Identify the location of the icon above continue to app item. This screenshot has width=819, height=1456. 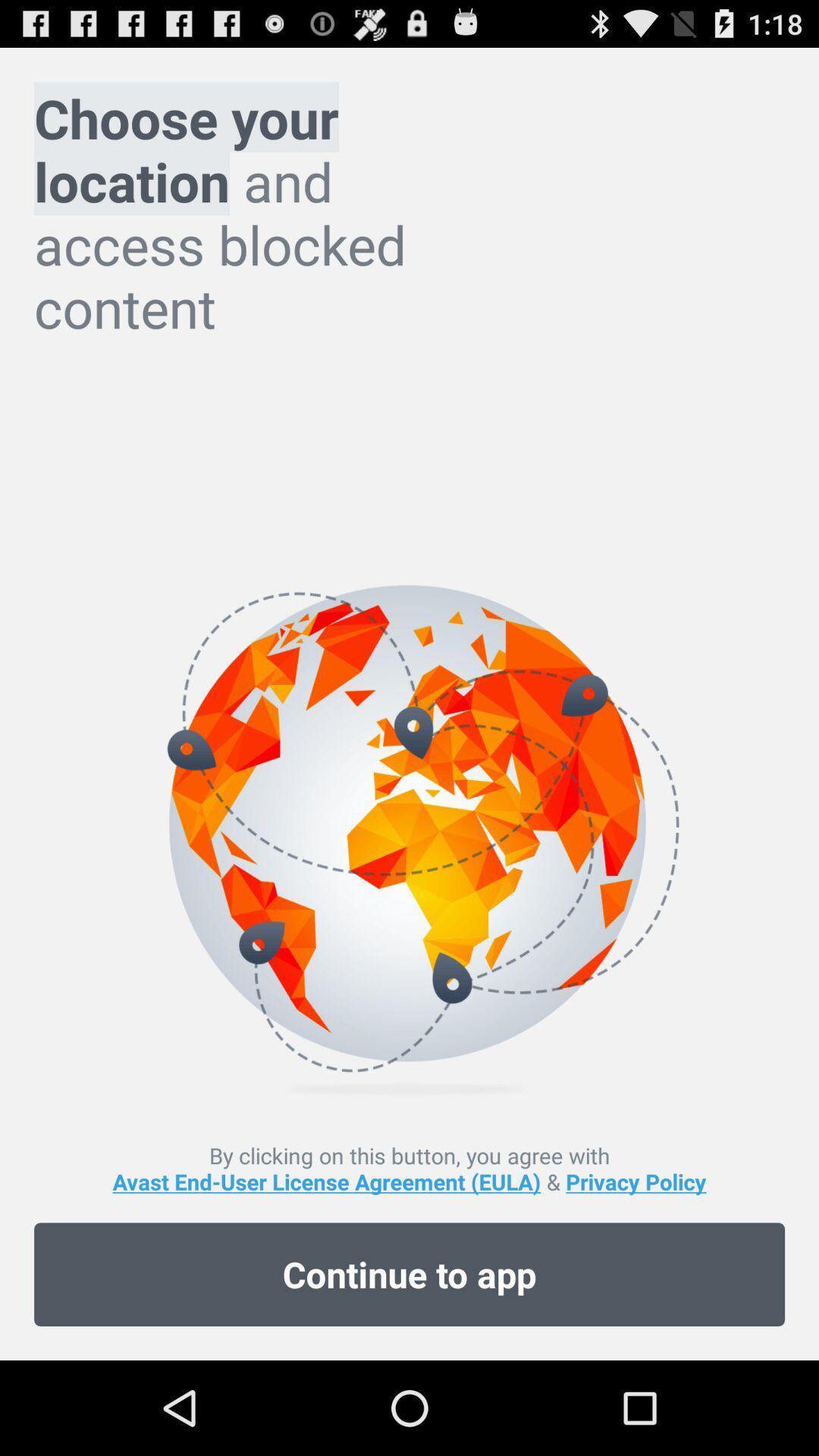
(409, 1167).